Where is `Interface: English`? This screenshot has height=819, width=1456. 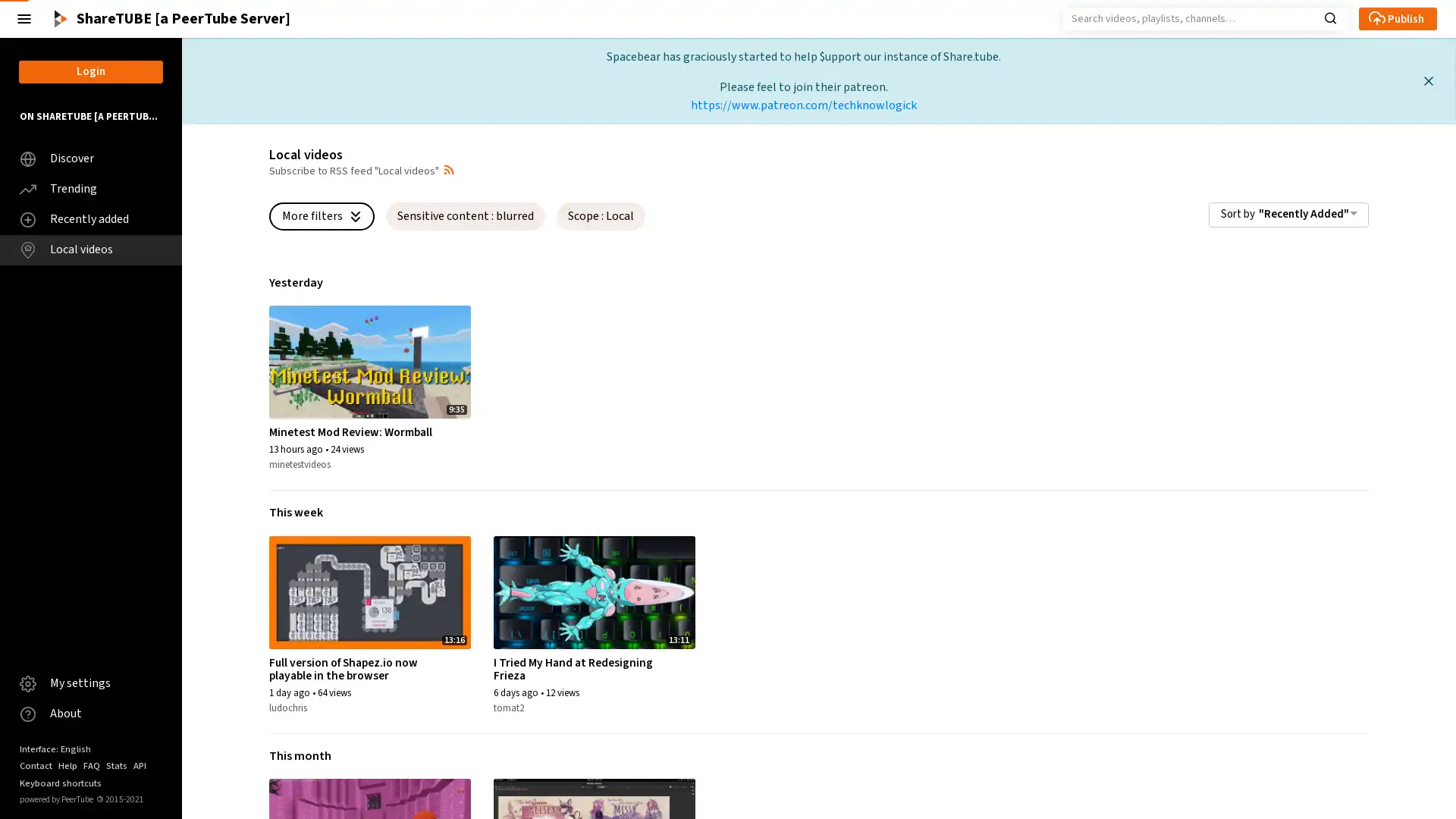 Interface: English is located at coordinates (55, 748).